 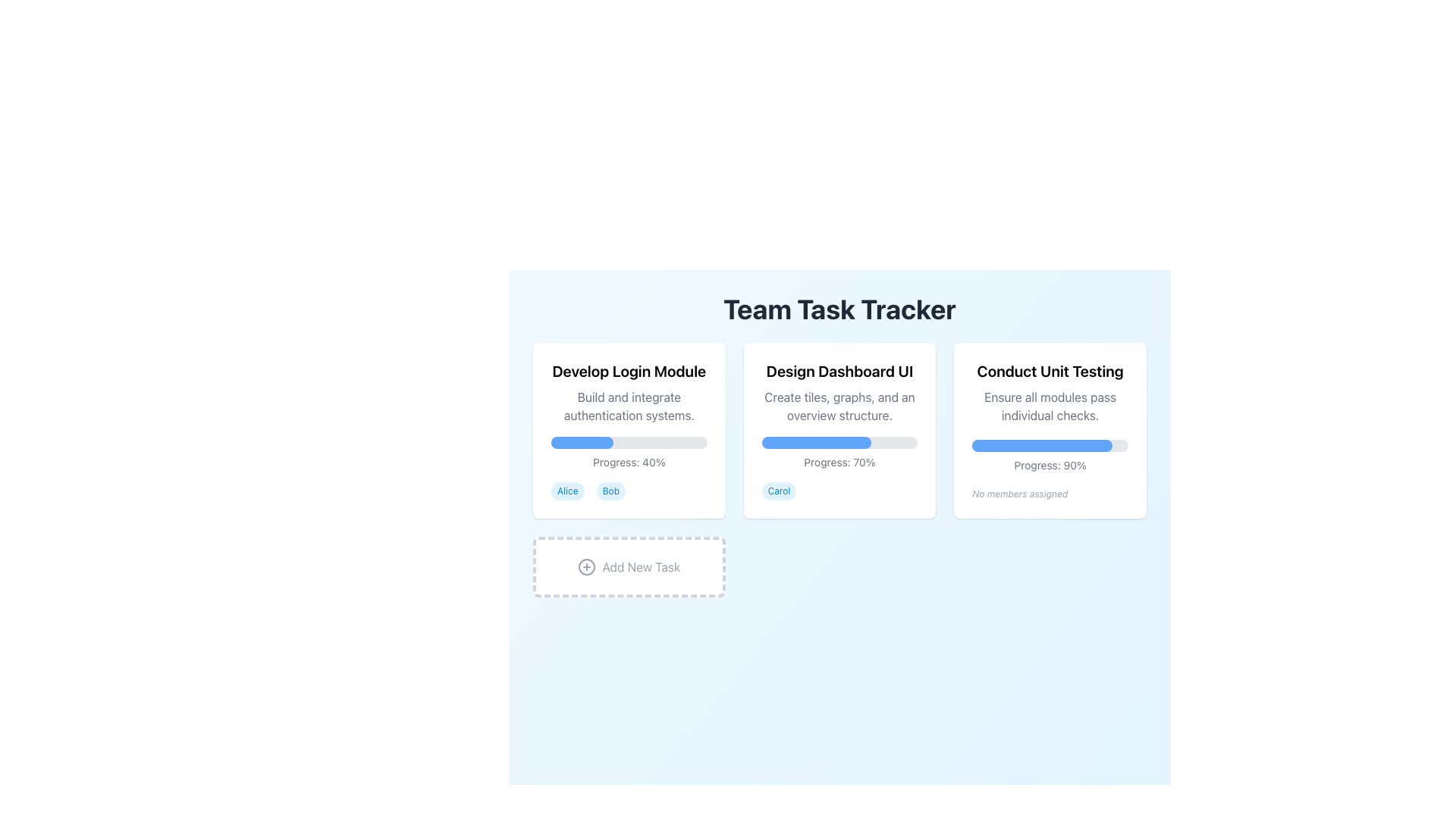 What do you see at coordinates (629, 458) in the screenshot?
I see `the progress level text label located below the description text and progress bar for the 'Develop Login Module' task in the leftmost panel` at bounding box center [629, 458].